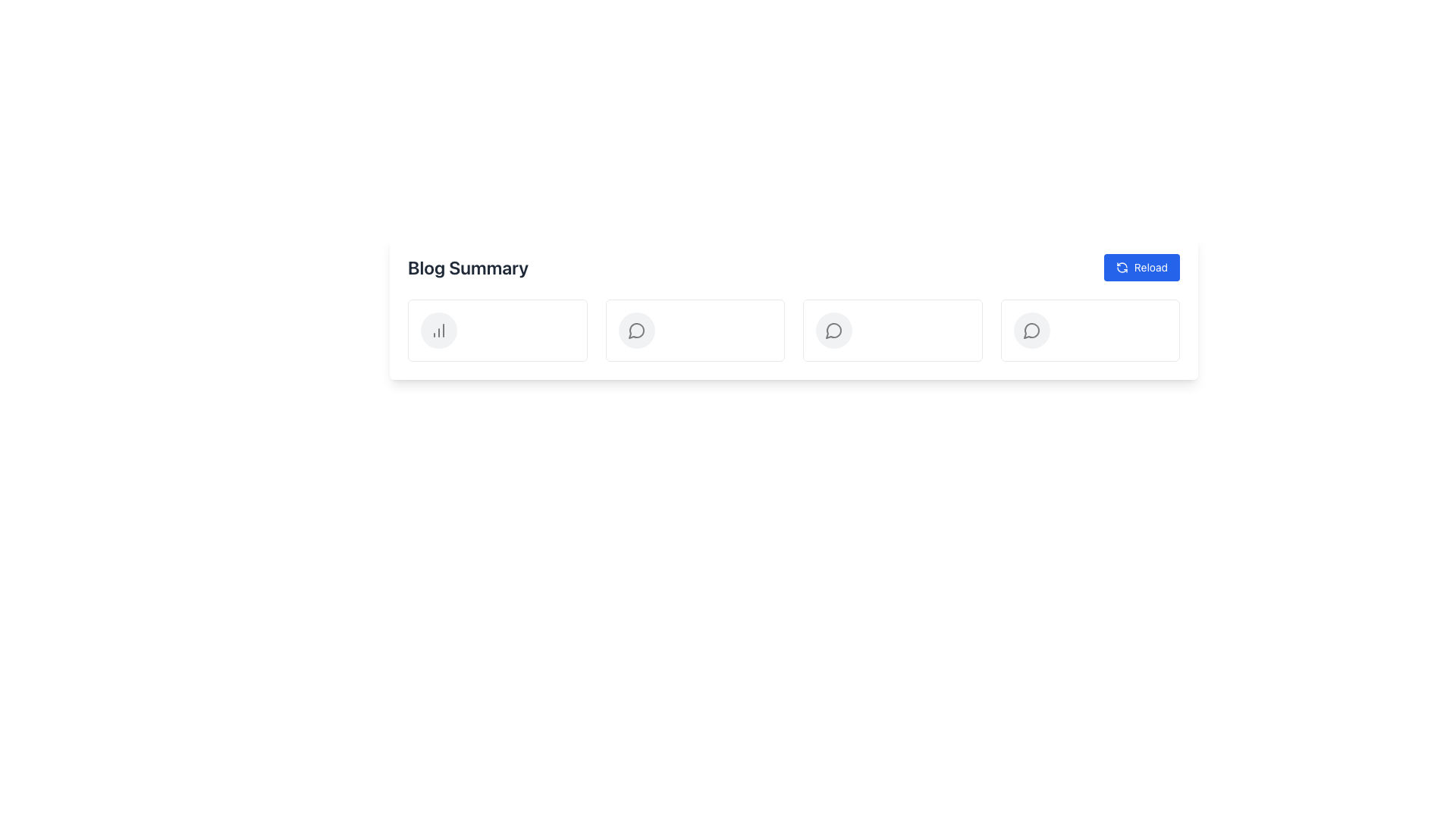 The width and height of the screenshot is (1456, 819). Describe the element at coordinates (438, 329) in the screenshot. I see `the circular button with a gray background and a bar chart icon, located to the left of three similar buttons next to the 'Blog Summary' section` at that location.